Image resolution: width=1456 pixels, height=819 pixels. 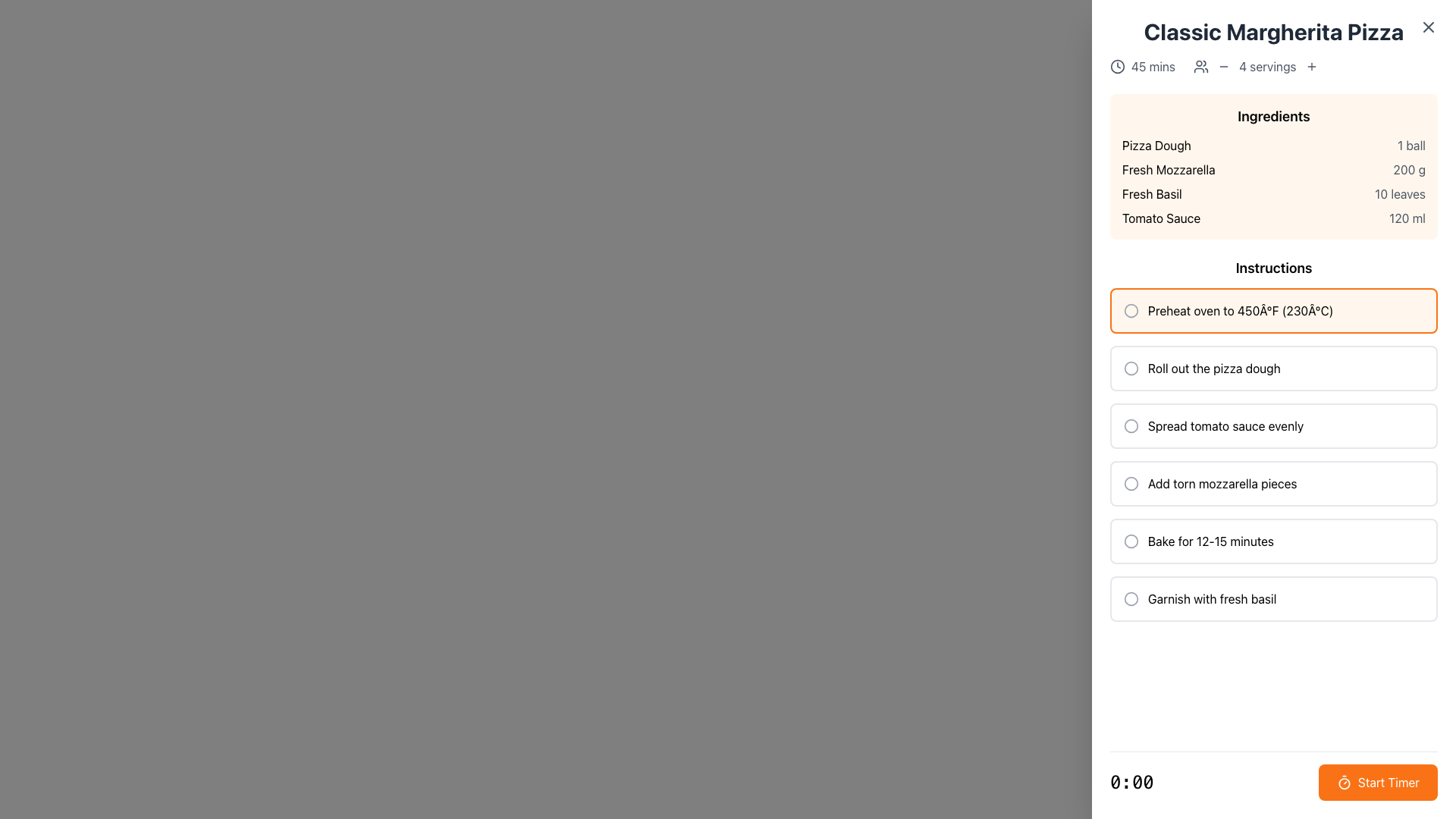 What do you see at coordinates (1274, 369) in the screenshot?
I see `the second list item in the 'Instructions' section that reads 'Roll out the pizza dough', which has a rounded rectangular outline and a small circular icon on its left side` at bounding box center [1274, 369].